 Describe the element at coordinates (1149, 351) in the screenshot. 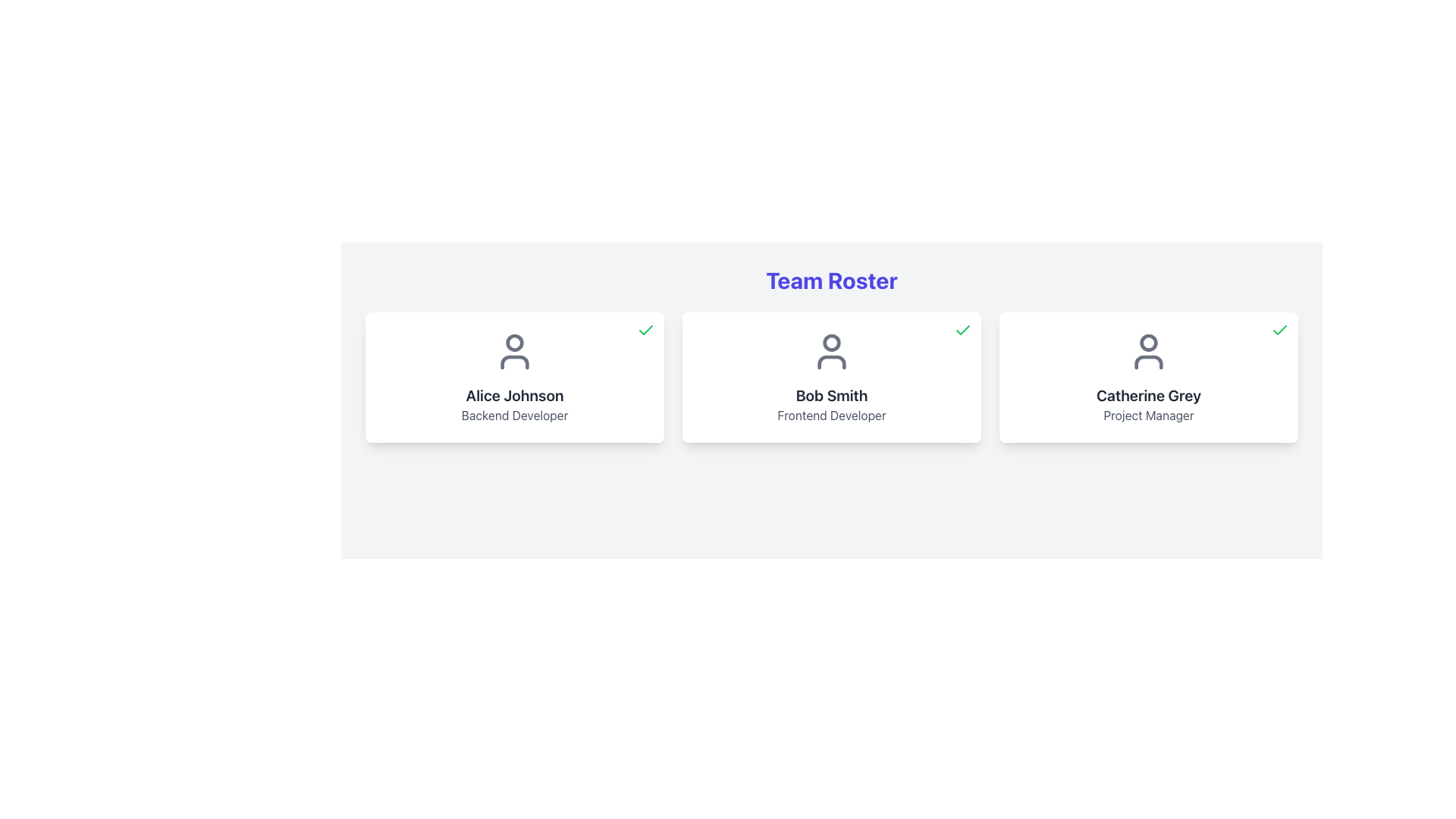

I see `the user avatar icon, which is a gray circle with a semicircular body, located at the top center of the card titled 'Catherine Grey'` at that location.